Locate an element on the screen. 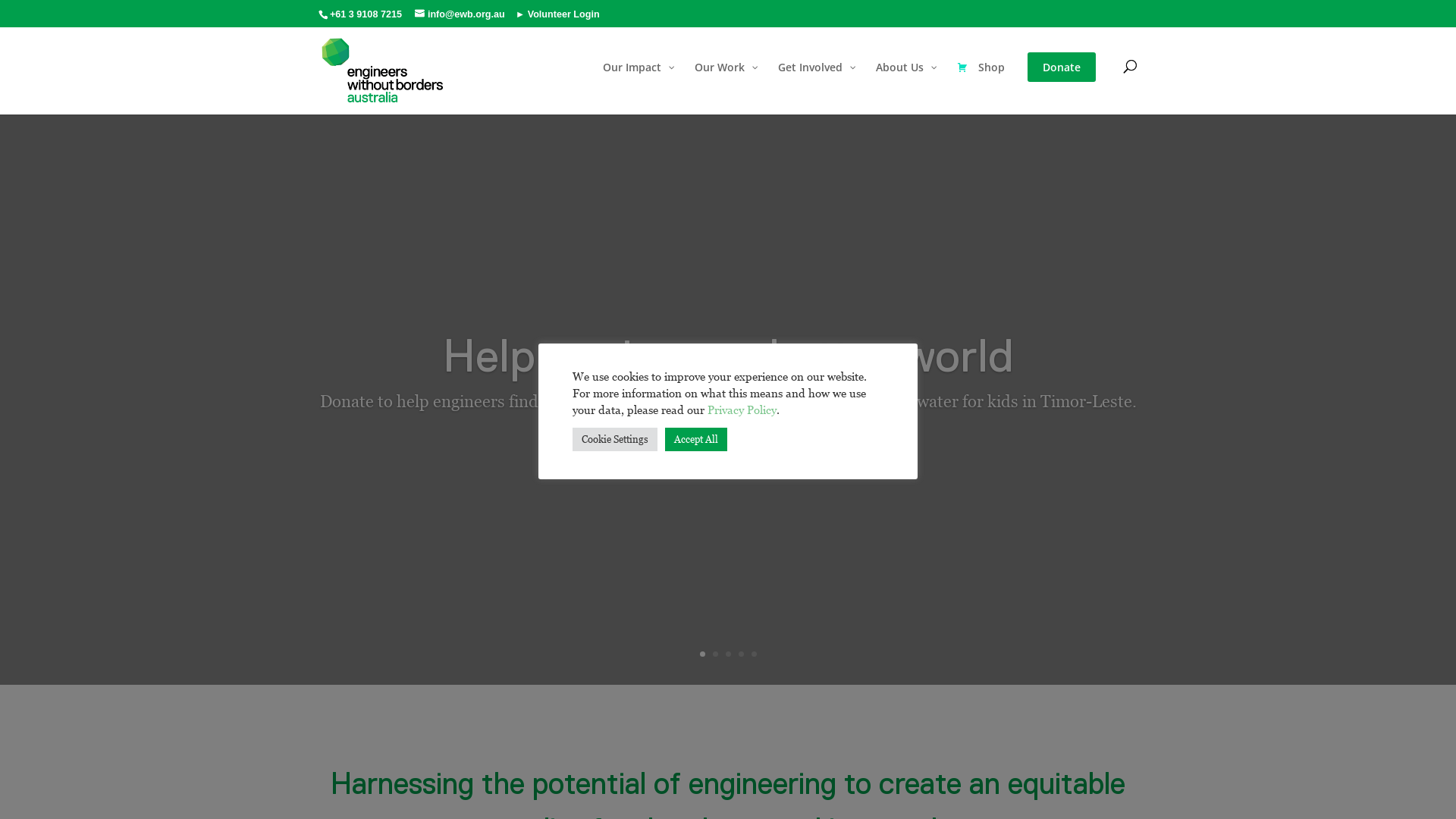 This screenshot has height=819, width=1456. 'About Us' is located at coordinates (905, 83).